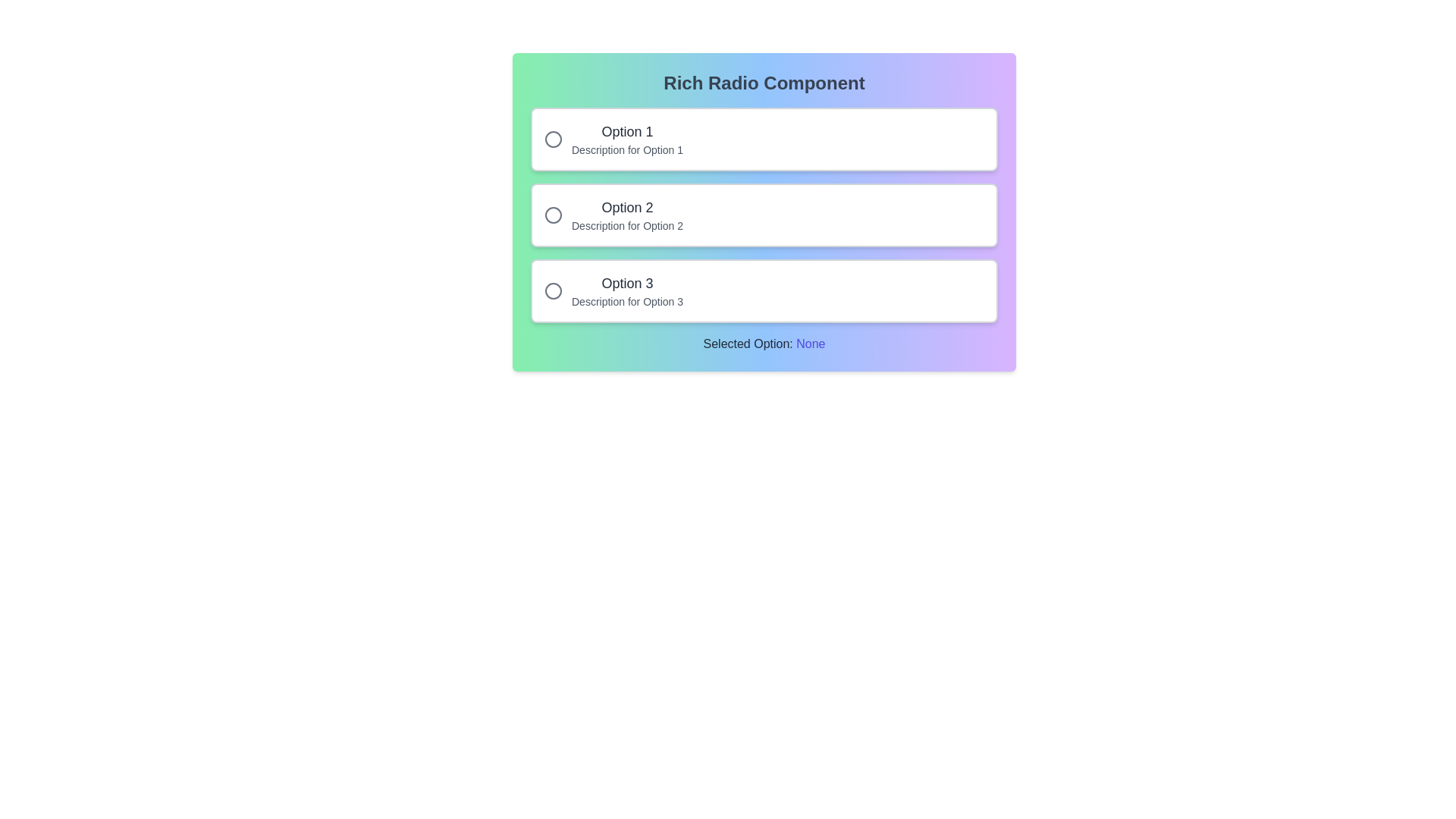 Image resolution: width=1456 pixels, height=819 pixels. What do you see at coordinates (810, 344) in the screenshot?
I see `the text label displaying 'None' in indigo color, which is part of the phrase 'Selected Option: None' located centrally below the grouped options` at bounding box center [810, 344].